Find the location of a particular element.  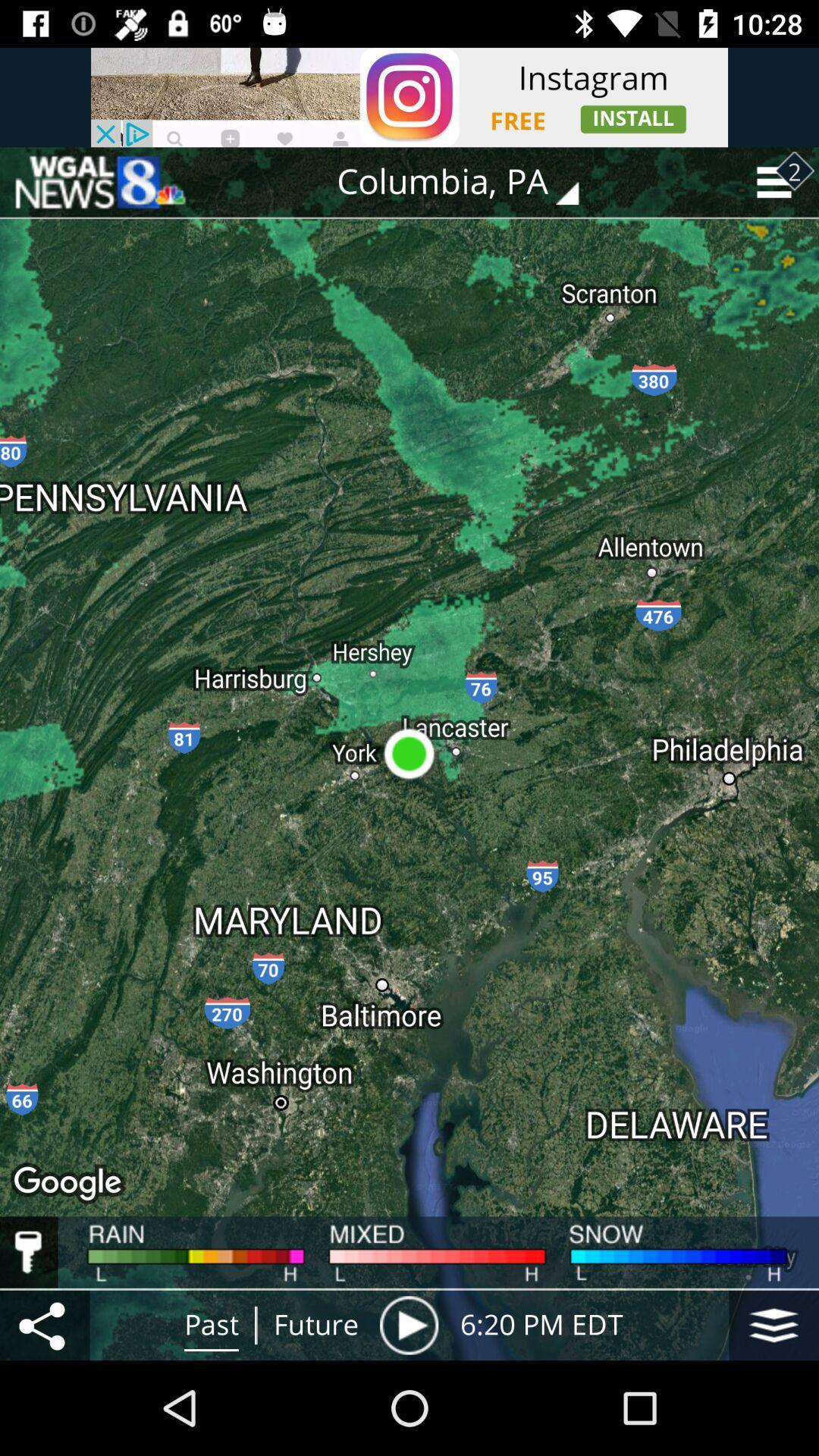

see more is located at coordinates (773, 1324).